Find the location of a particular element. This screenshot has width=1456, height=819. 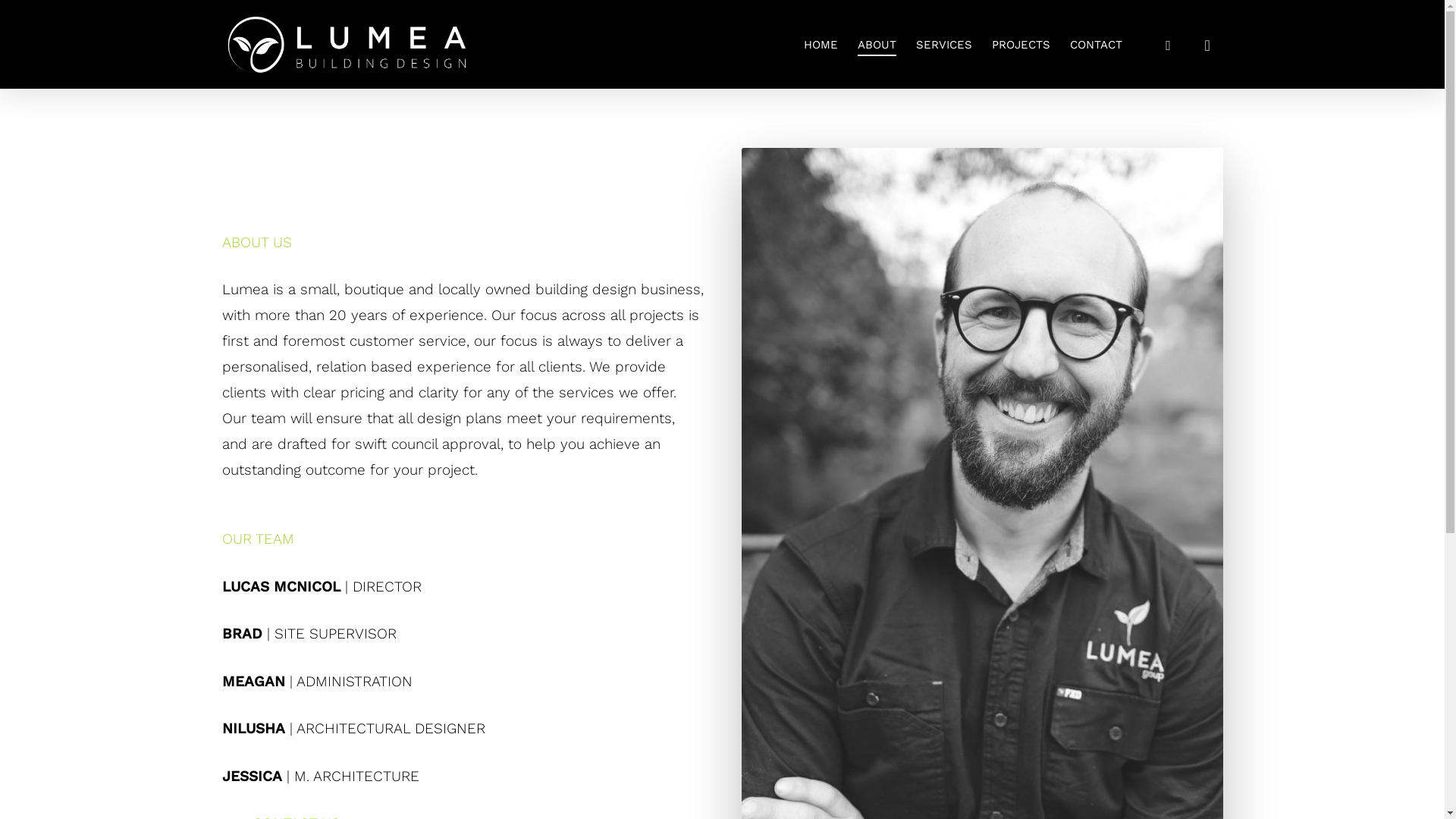

'ABOUT' is located at coordinates (876, 42).